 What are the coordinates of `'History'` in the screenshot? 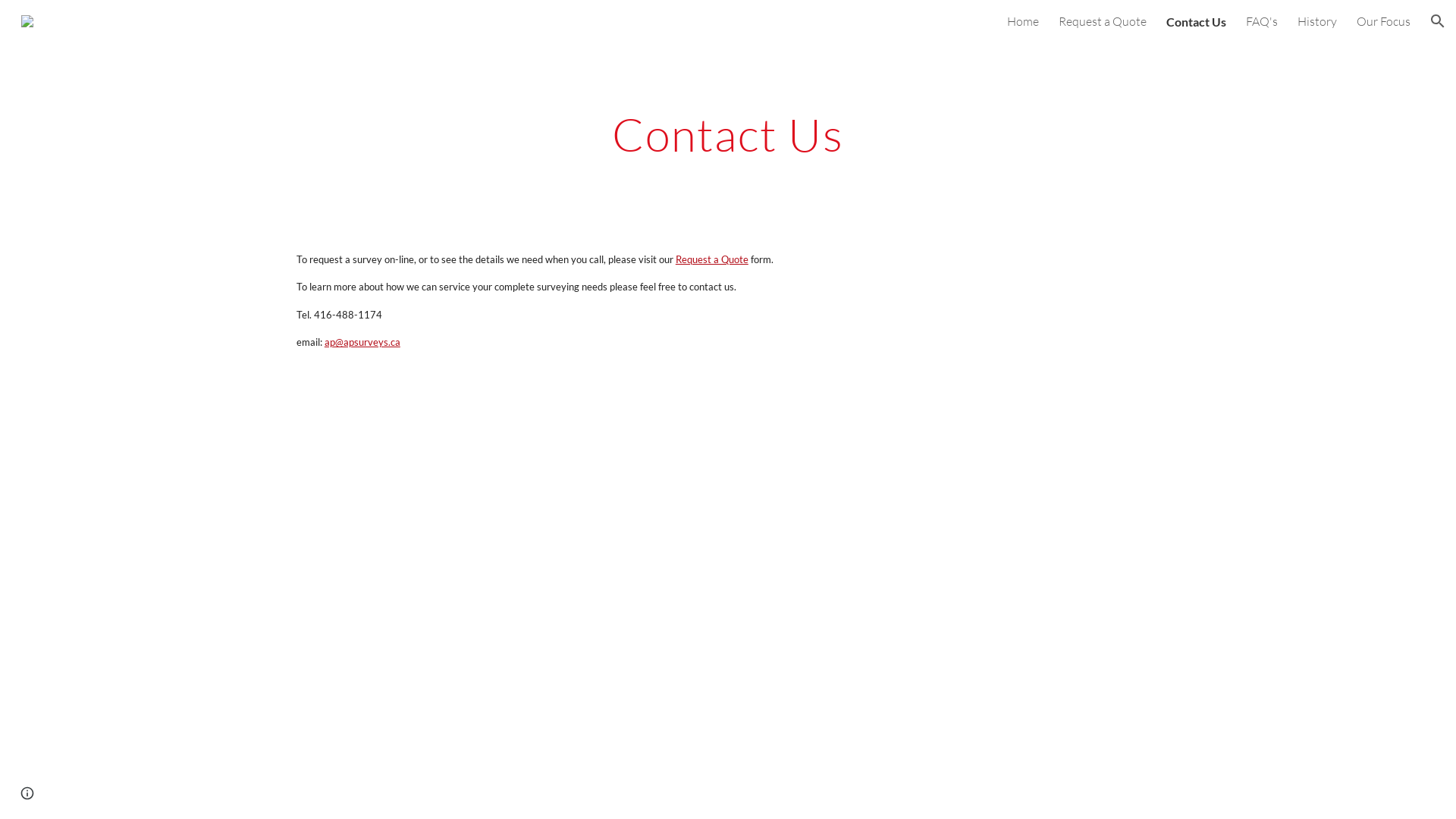 It's located at (1316, 20).